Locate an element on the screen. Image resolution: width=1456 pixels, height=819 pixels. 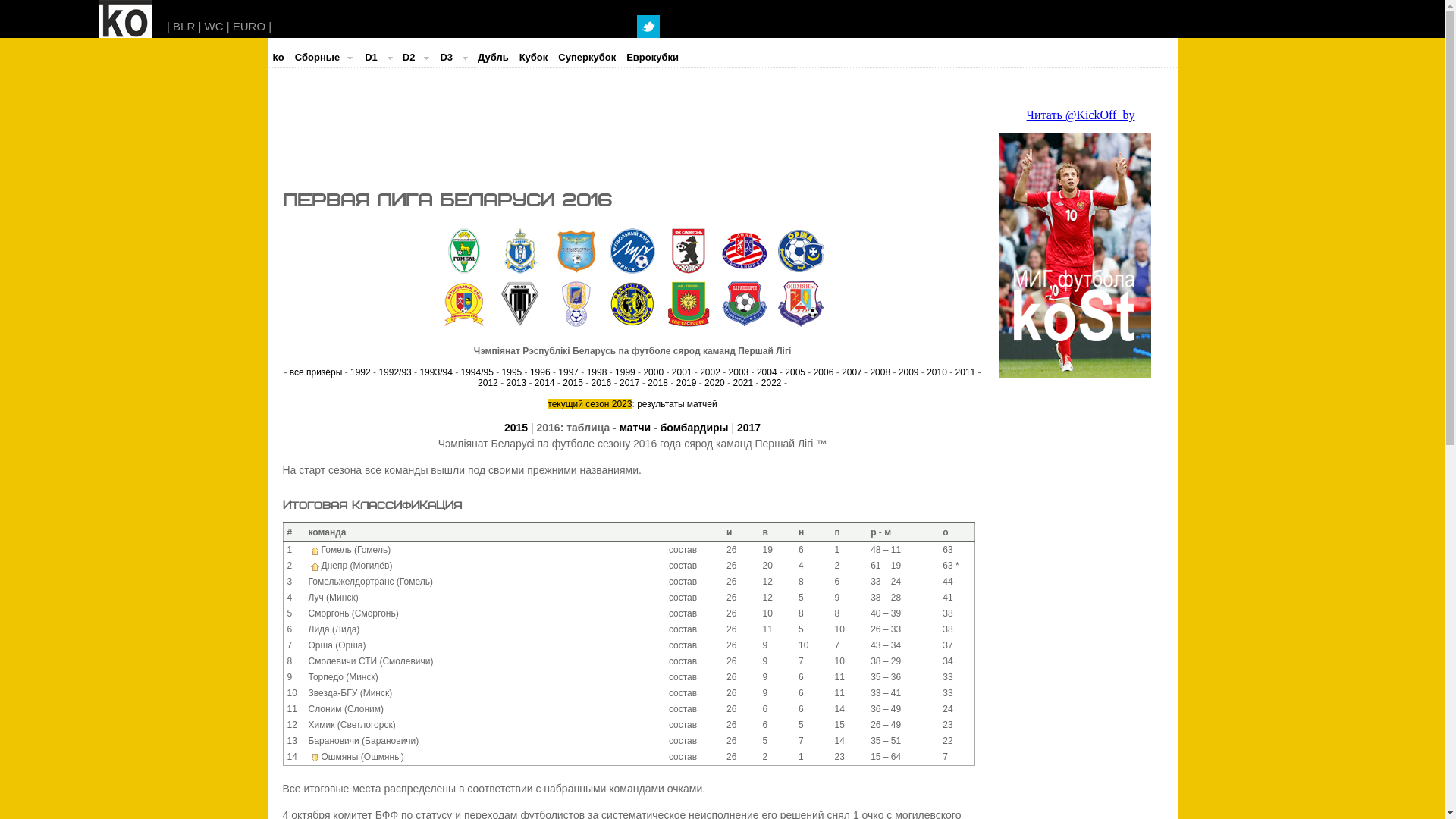
'2006' is located at coordinates (823, 372).